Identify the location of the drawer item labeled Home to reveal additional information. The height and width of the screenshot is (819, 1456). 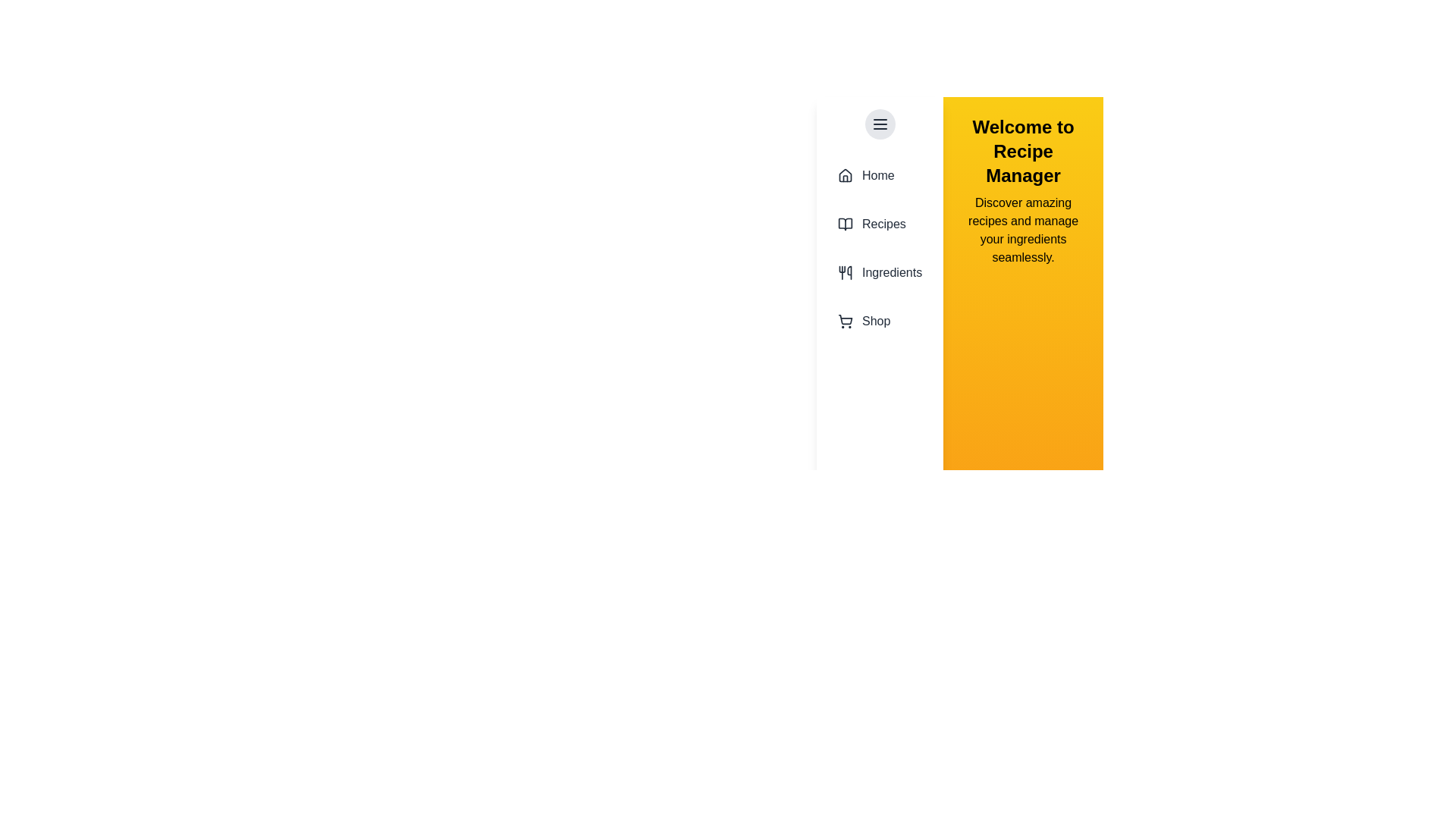
(880, 174).